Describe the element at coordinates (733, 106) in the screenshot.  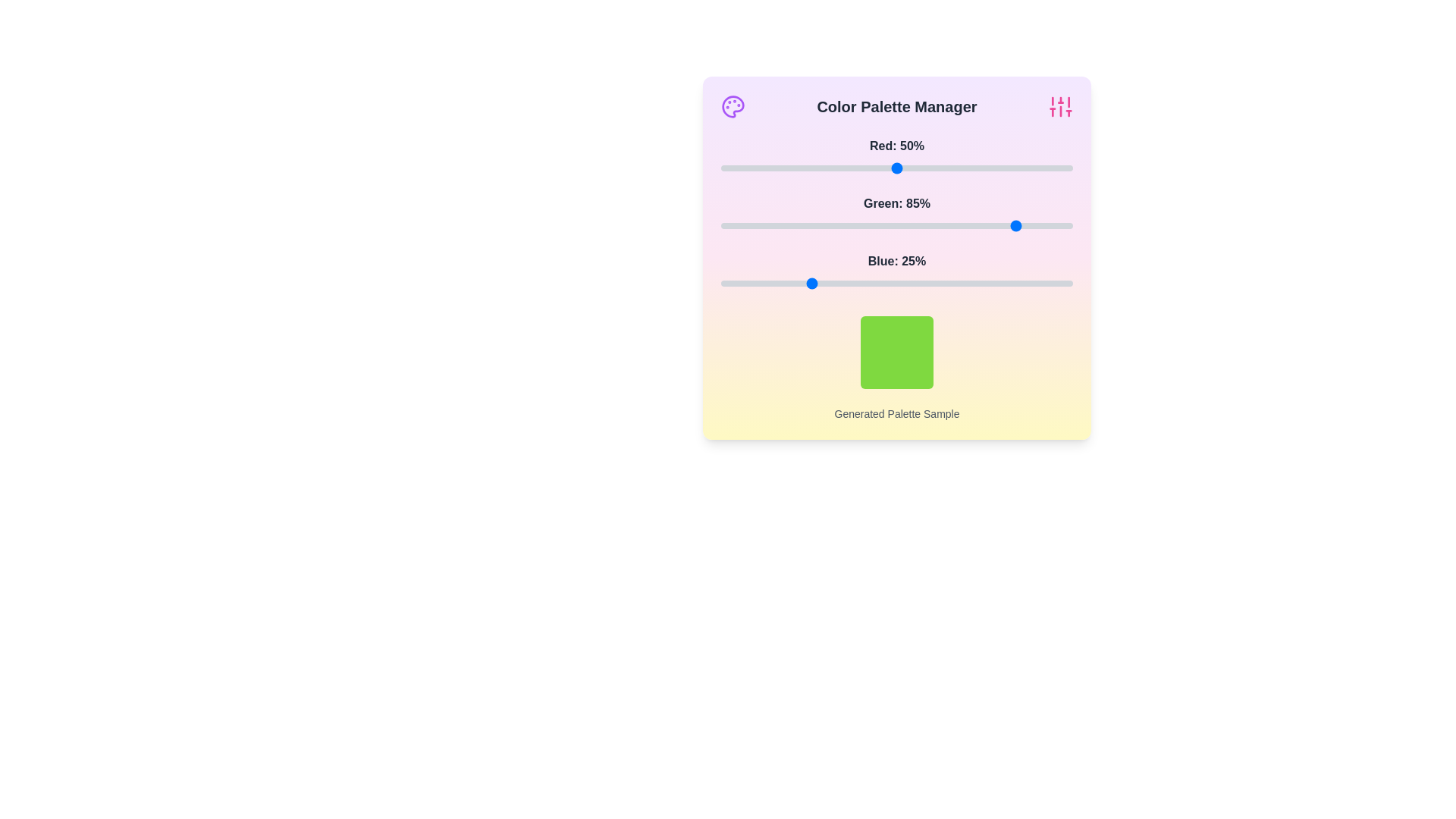
I see `the Palette icon in the header of the Color Palette Manager` at that location.